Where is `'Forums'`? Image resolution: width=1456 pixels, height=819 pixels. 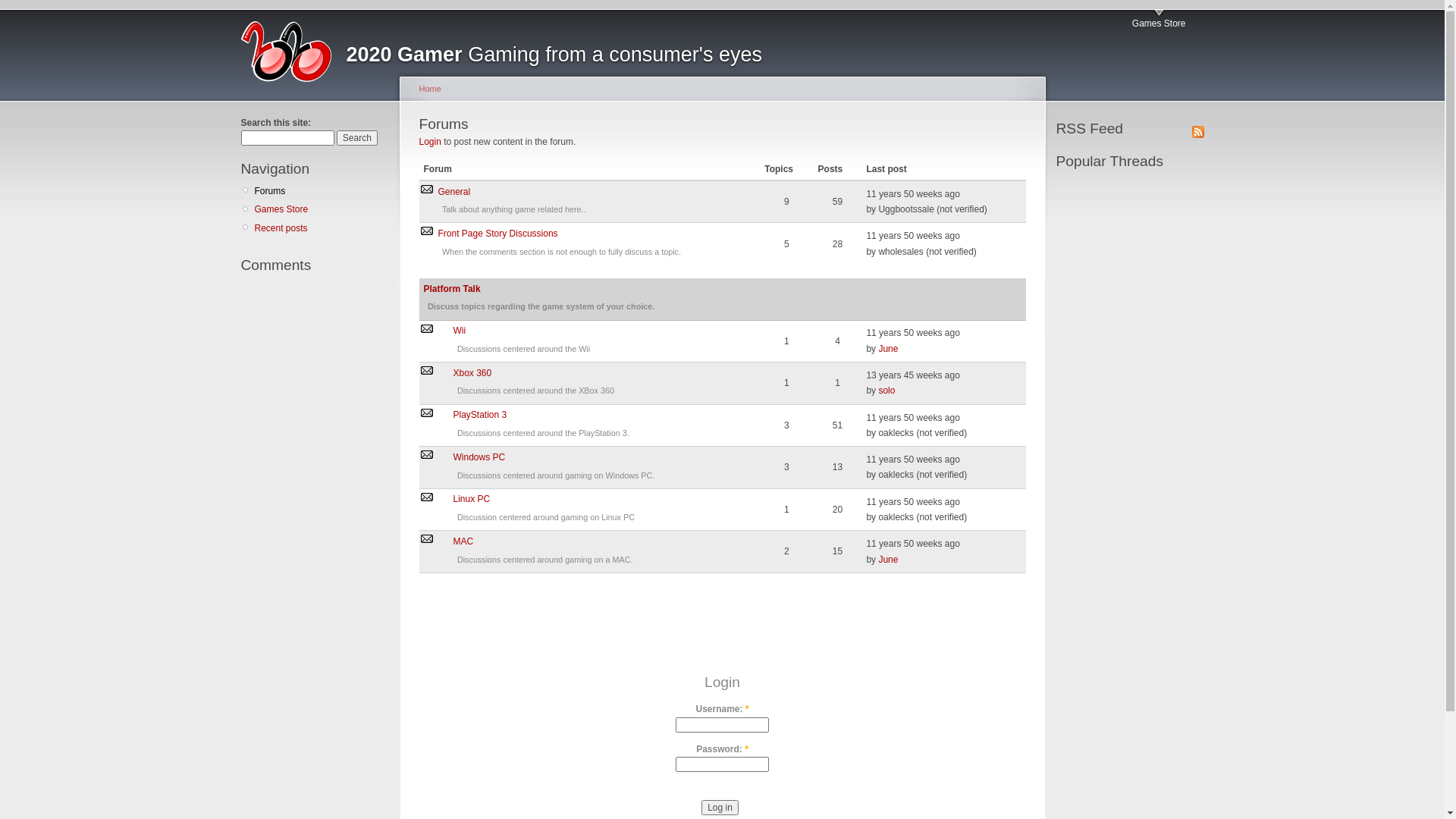
'Forums' is located at coordinates (255, 190).